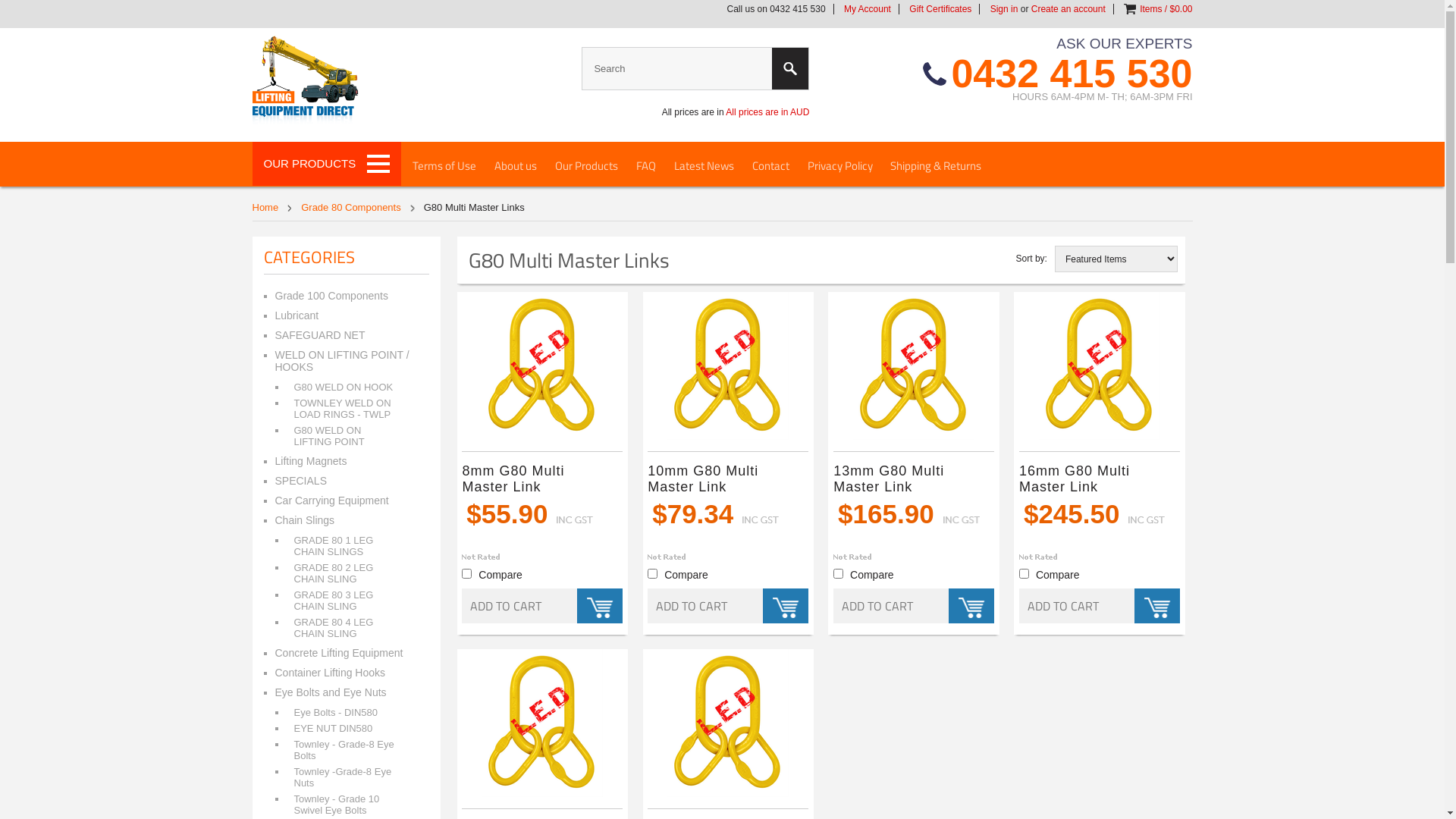 The width and height of the screenshot is (1456, 819). Describe the element at coordinates (346, 748) in the screenshot. I see `'Townley - Grade-8 Eye Bolts'` at that location.